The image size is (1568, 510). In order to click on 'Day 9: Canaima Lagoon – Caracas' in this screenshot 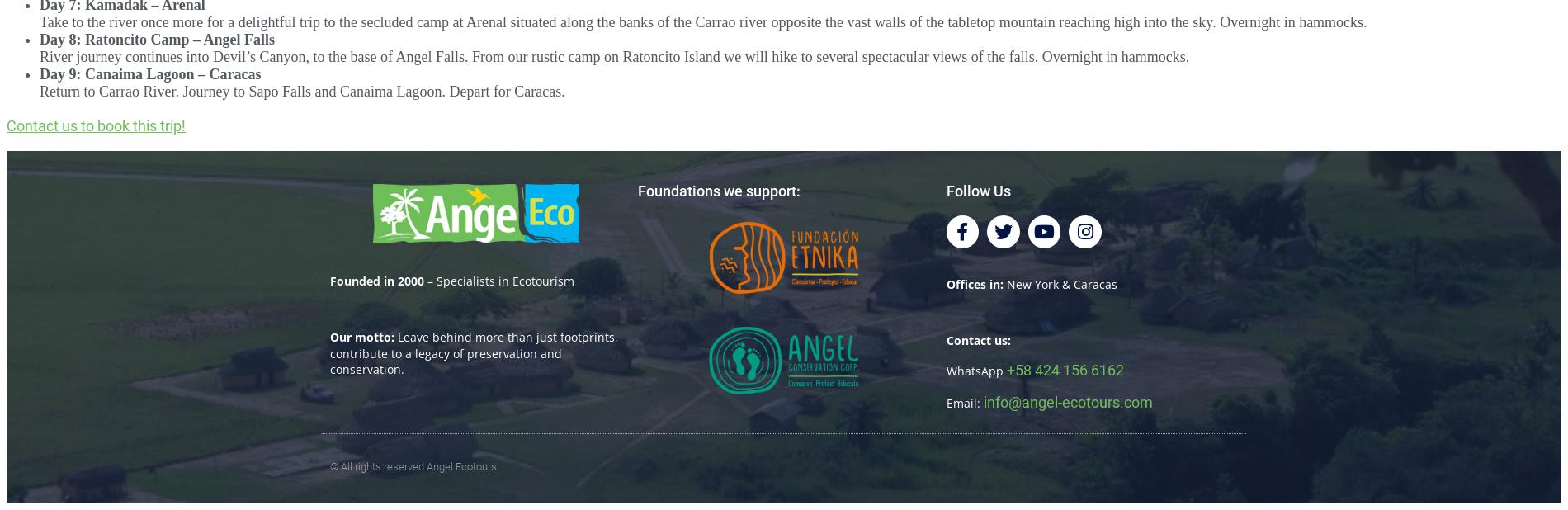, I will do `click(40, 73)`.